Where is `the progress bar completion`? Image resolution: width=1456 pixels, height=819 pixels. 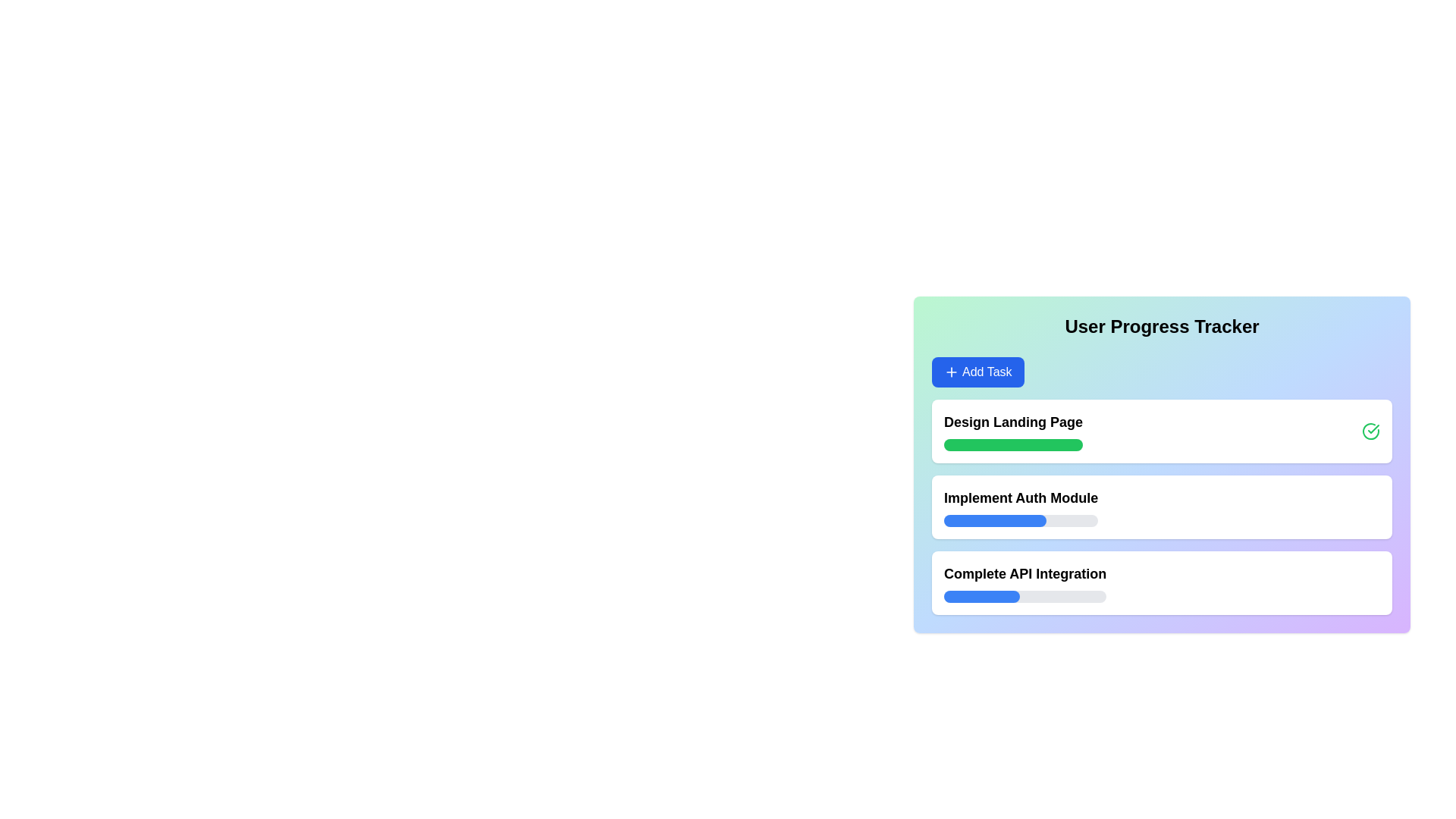
the progress bar completion is located at coordinates (1006, 595).